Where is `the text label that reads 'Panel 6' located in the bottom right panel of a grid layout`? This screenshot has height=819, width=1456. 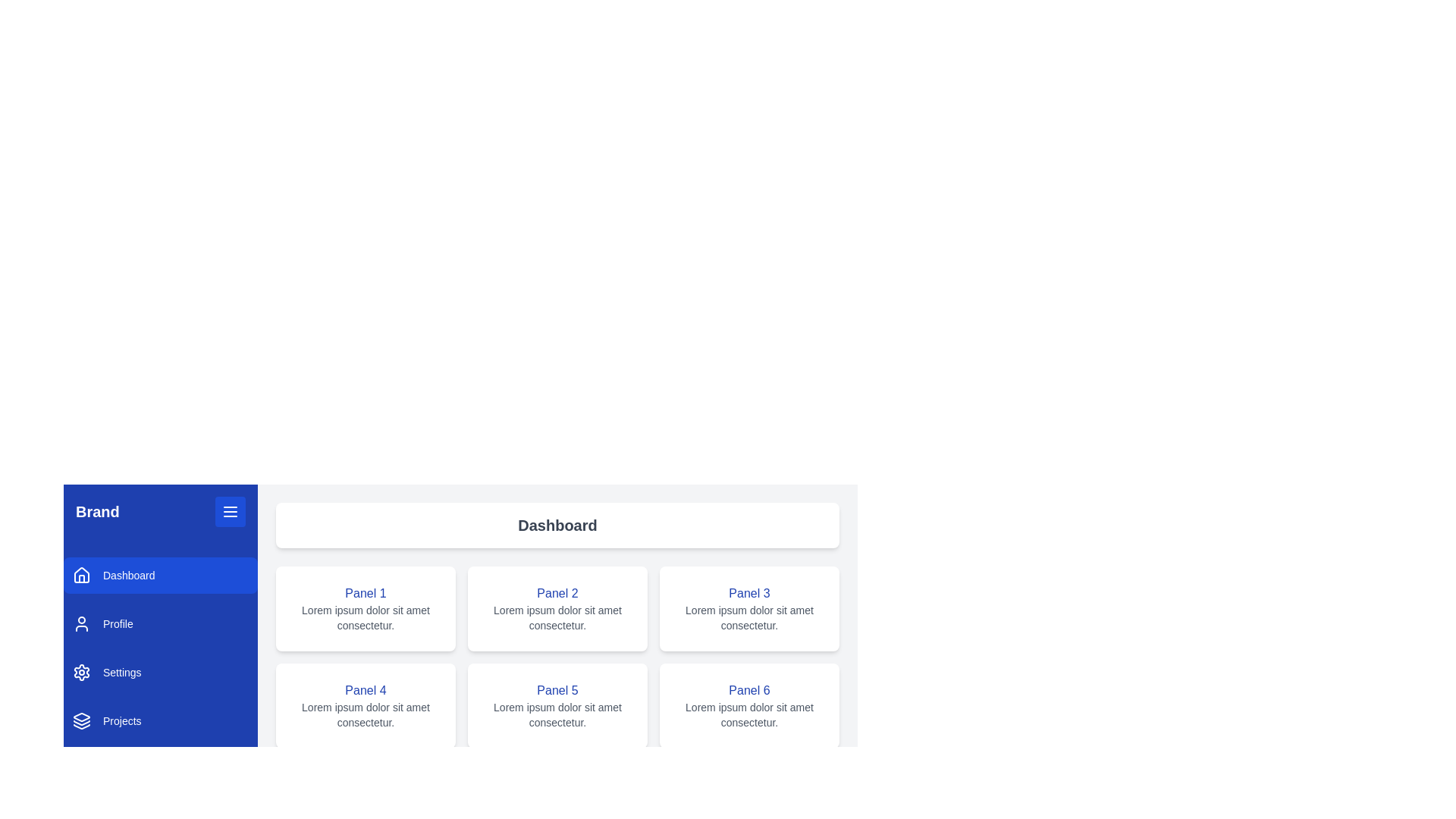
the text label that reads 'Panel 6' located in the bottom right panel of a grid layout is located at coordinates (749, 690).